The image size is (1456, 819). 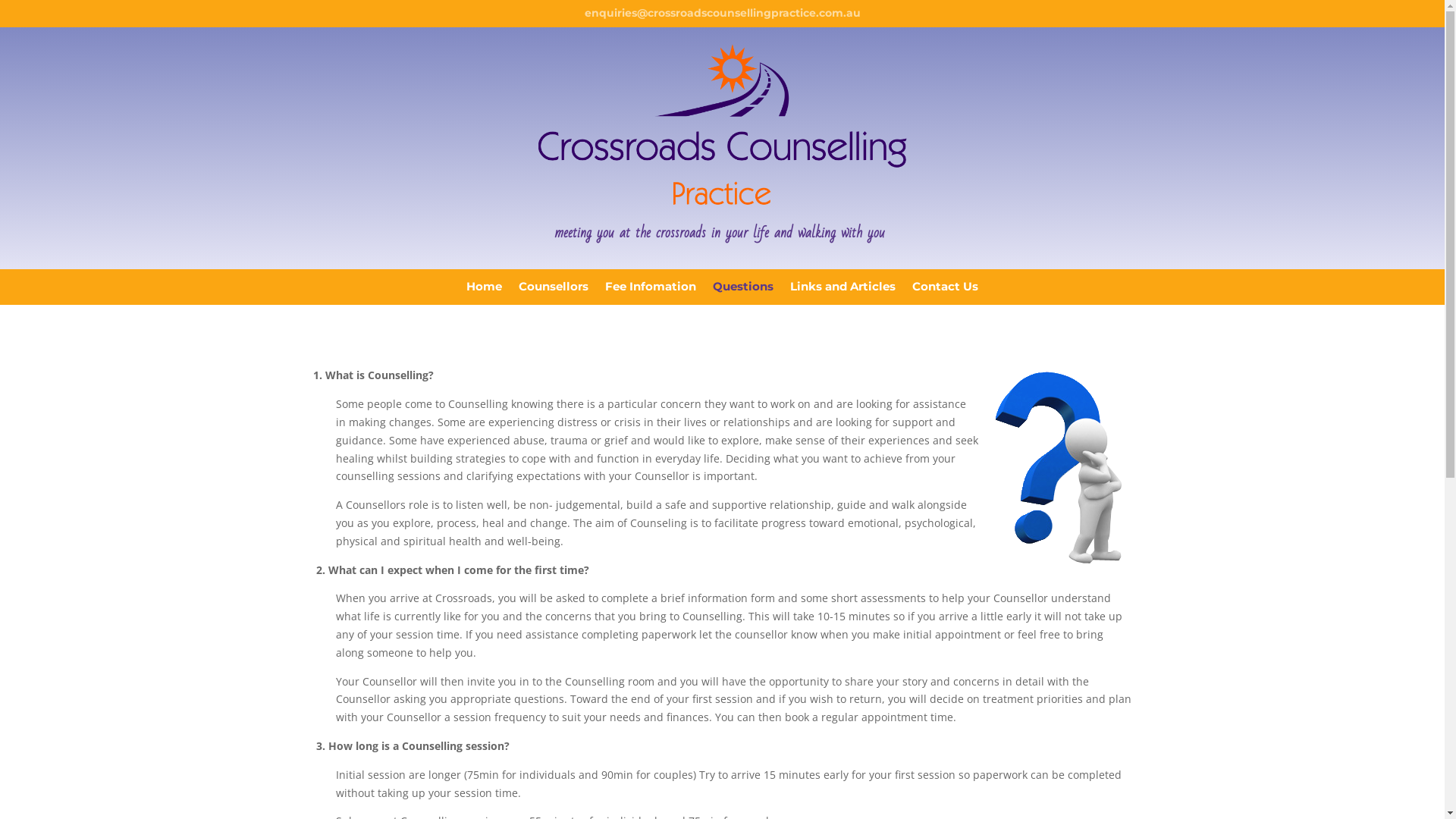 What do you see at coordinates (720, 12) in the screenshot?
I see `'enquiries@crossroadscounsellingpractice.com.au'` at bounding box center [720, 12].